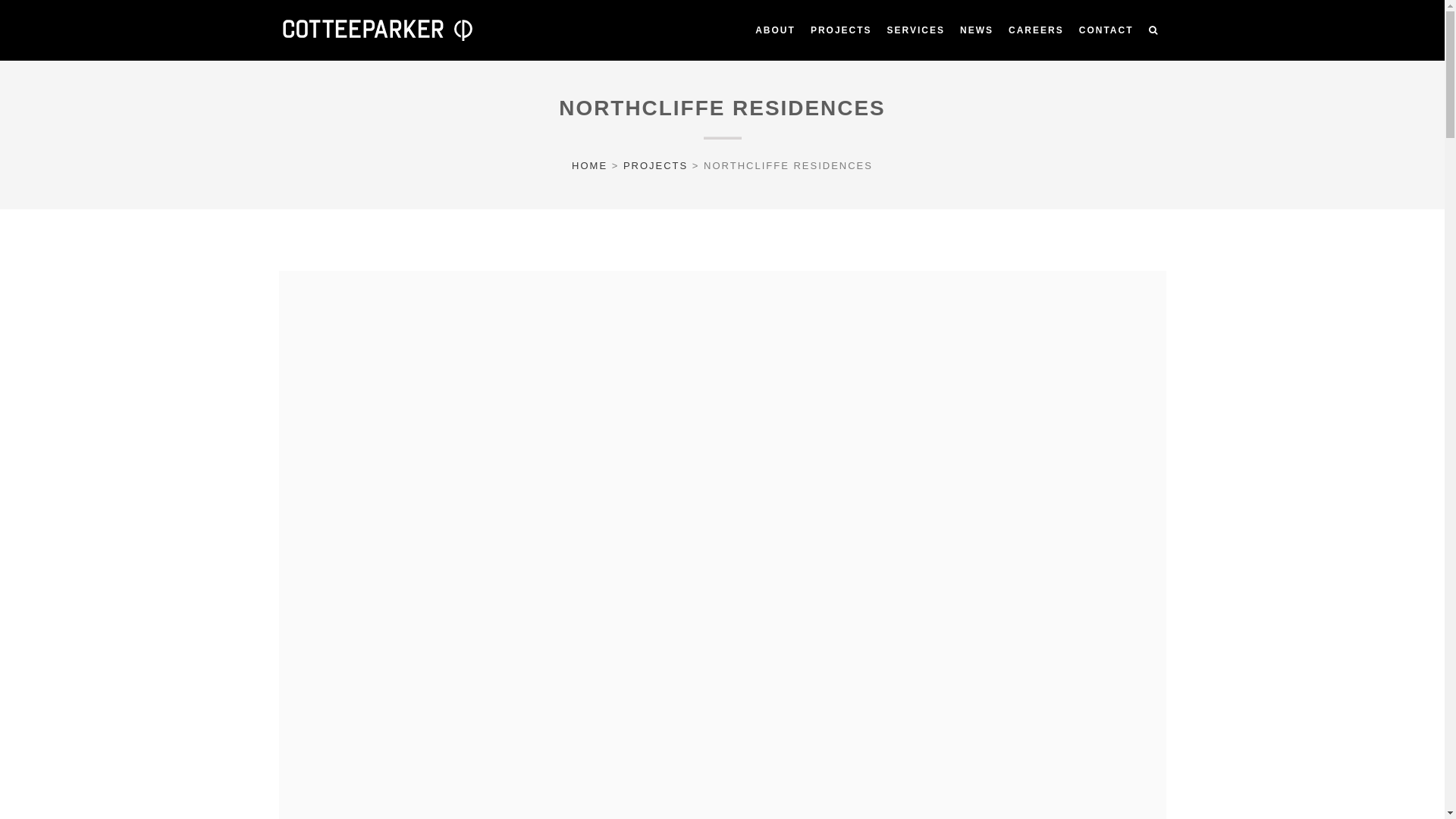  I want to click on 'CAREERS', so click(1035, 30).